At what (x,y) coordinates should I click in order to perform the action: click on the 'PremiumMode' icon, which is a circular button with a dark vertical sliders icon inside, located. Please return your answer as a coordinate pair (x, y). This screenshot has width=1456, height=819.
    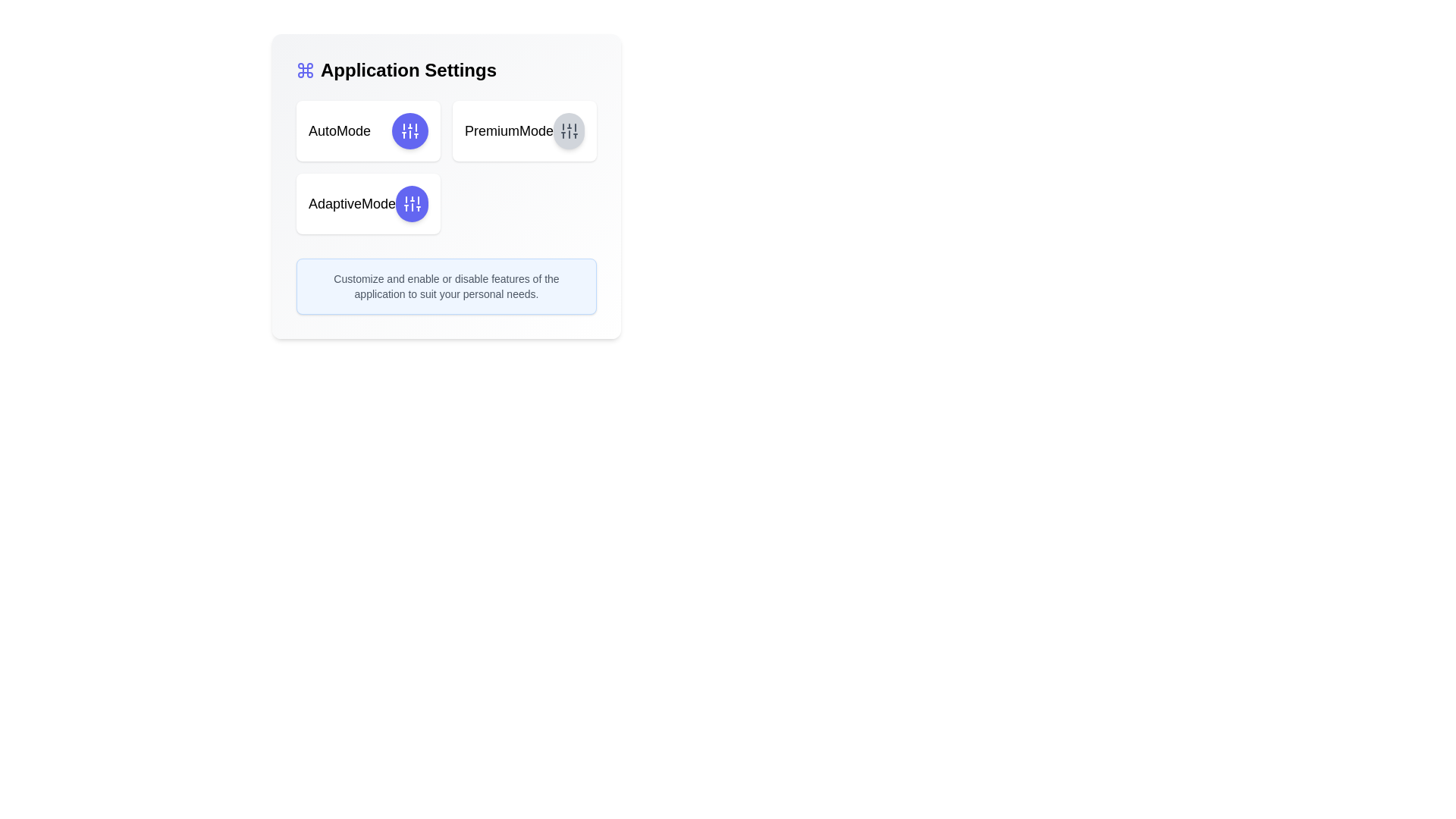
    Looking at the image, I should click on (568, 130).